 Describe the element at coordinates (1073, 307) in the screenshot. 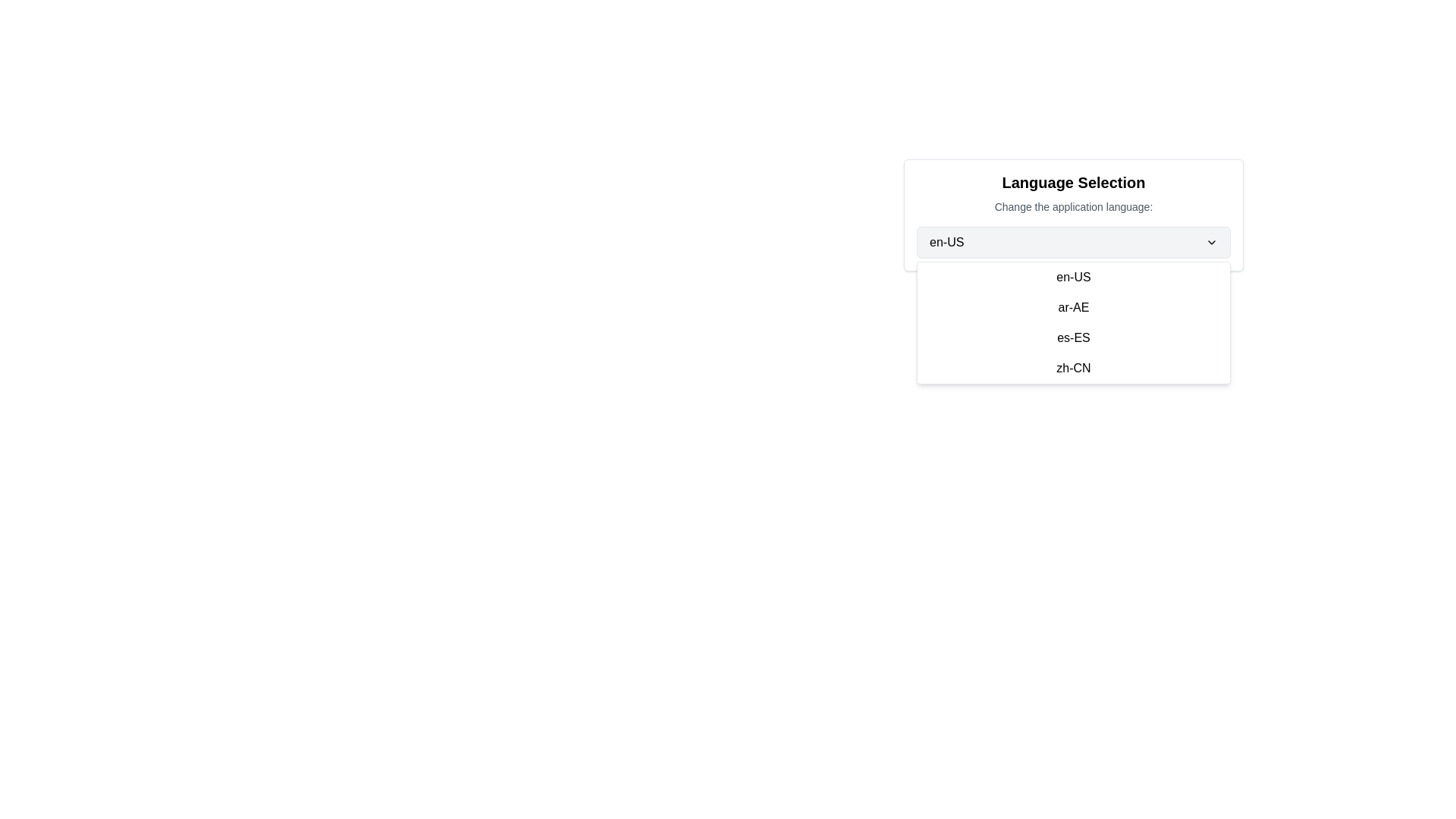

I see `the dropdown menu item labeled 'ar-AE'` at that location.